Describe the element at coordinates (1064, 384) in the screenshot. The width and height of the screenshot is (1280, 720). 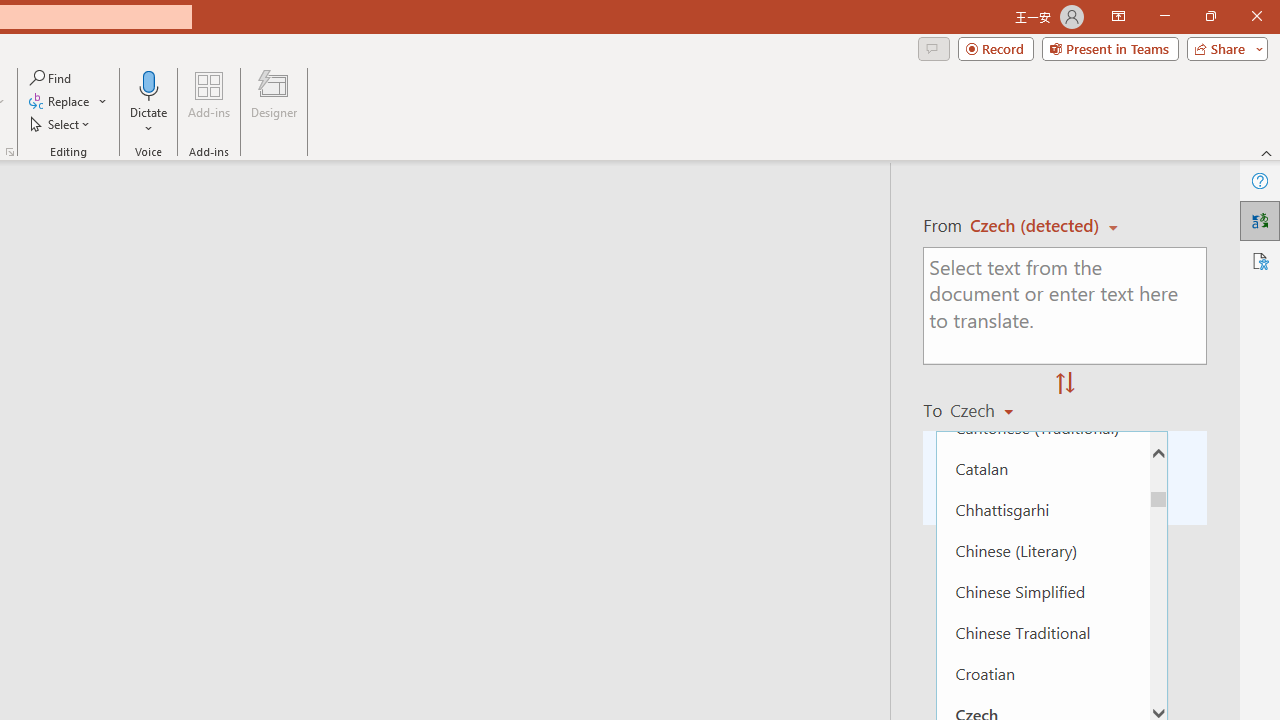
I see `'Swap "from" and "to" languages.'` at that location.